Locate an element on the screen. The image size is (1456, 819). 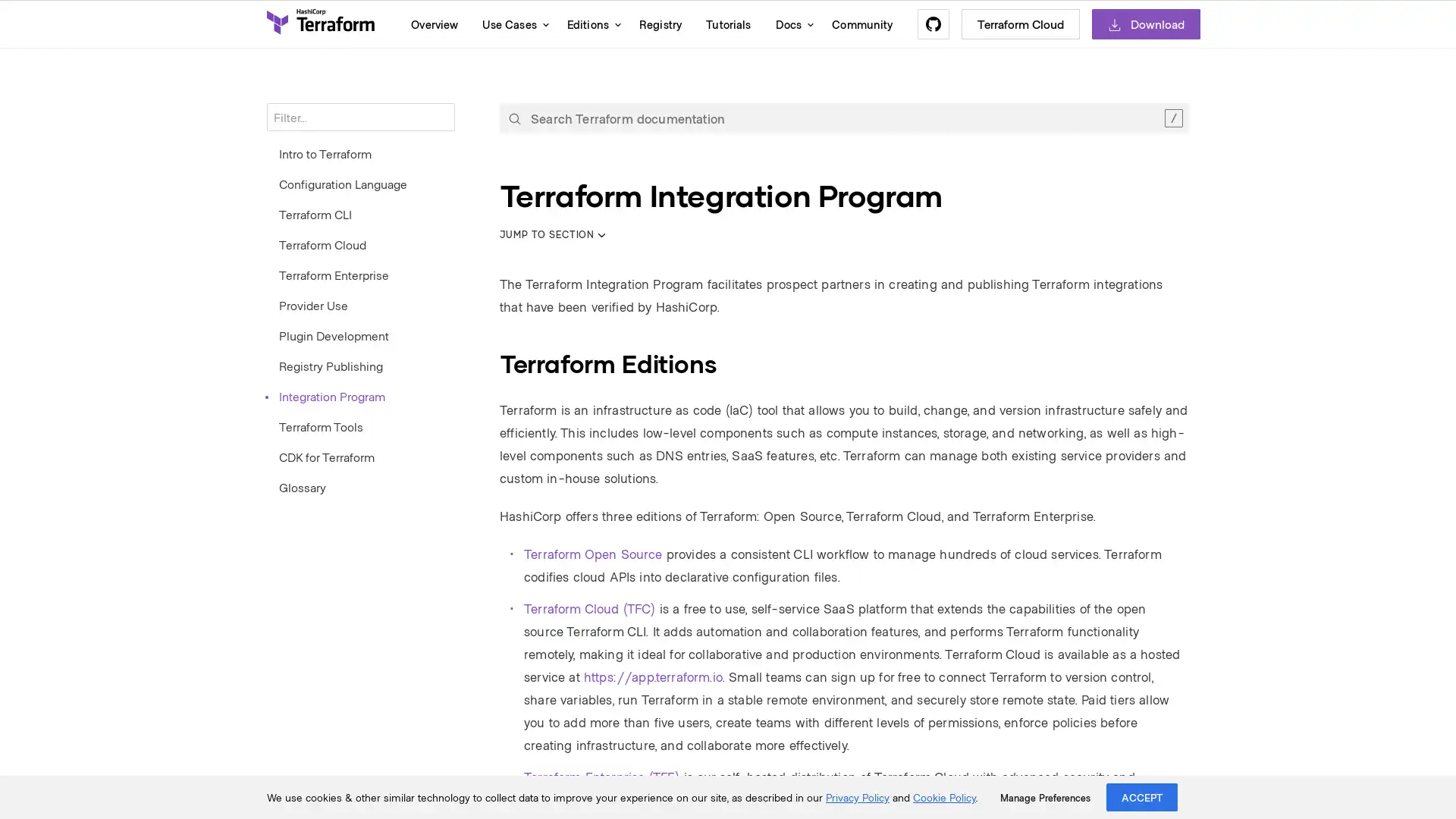
Clear the search query. is located at coordinates (1172, 117).